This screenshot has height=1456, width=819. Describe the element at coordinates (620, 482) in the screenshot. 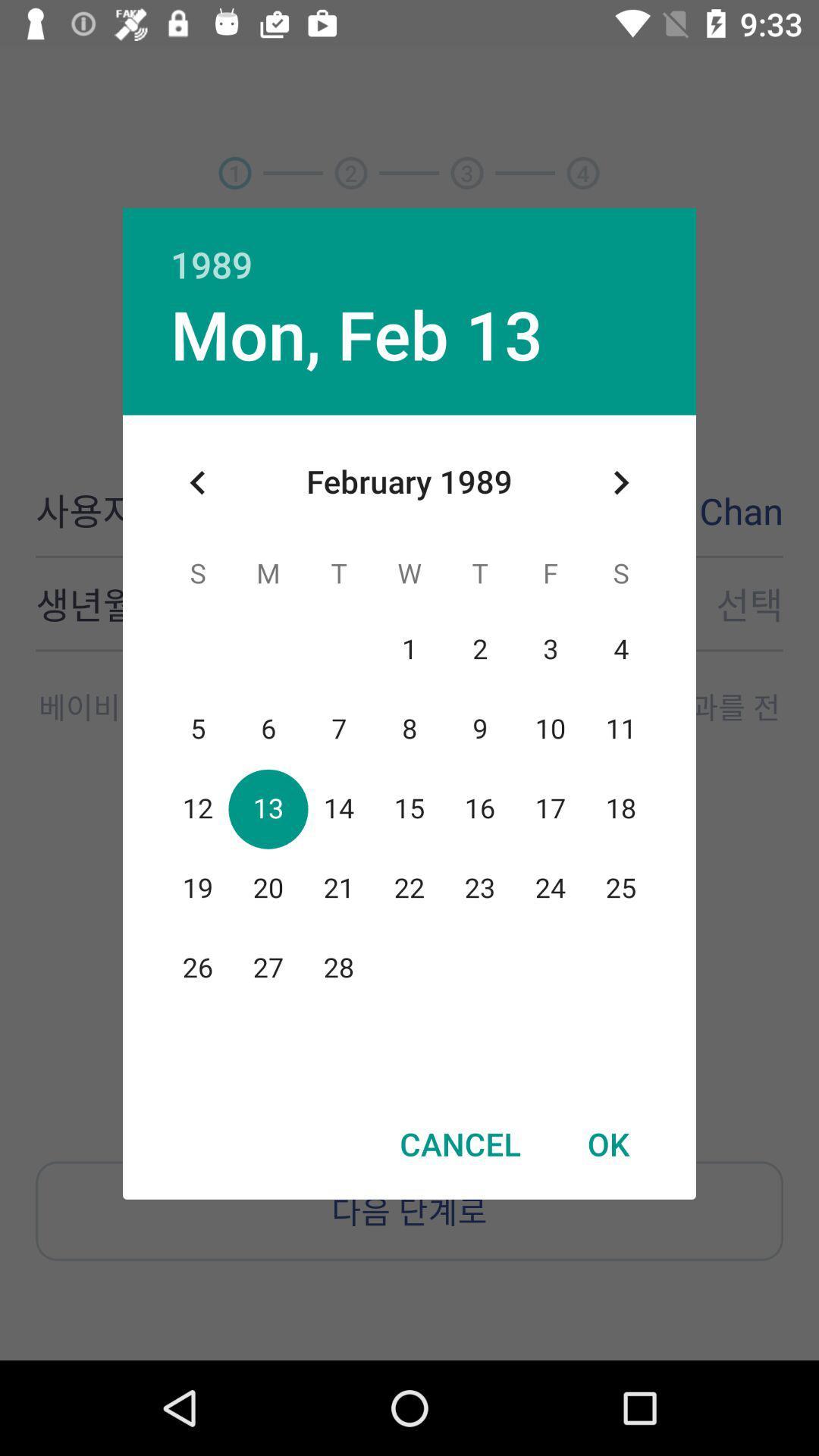

I see `the item above the ok item` at that location.